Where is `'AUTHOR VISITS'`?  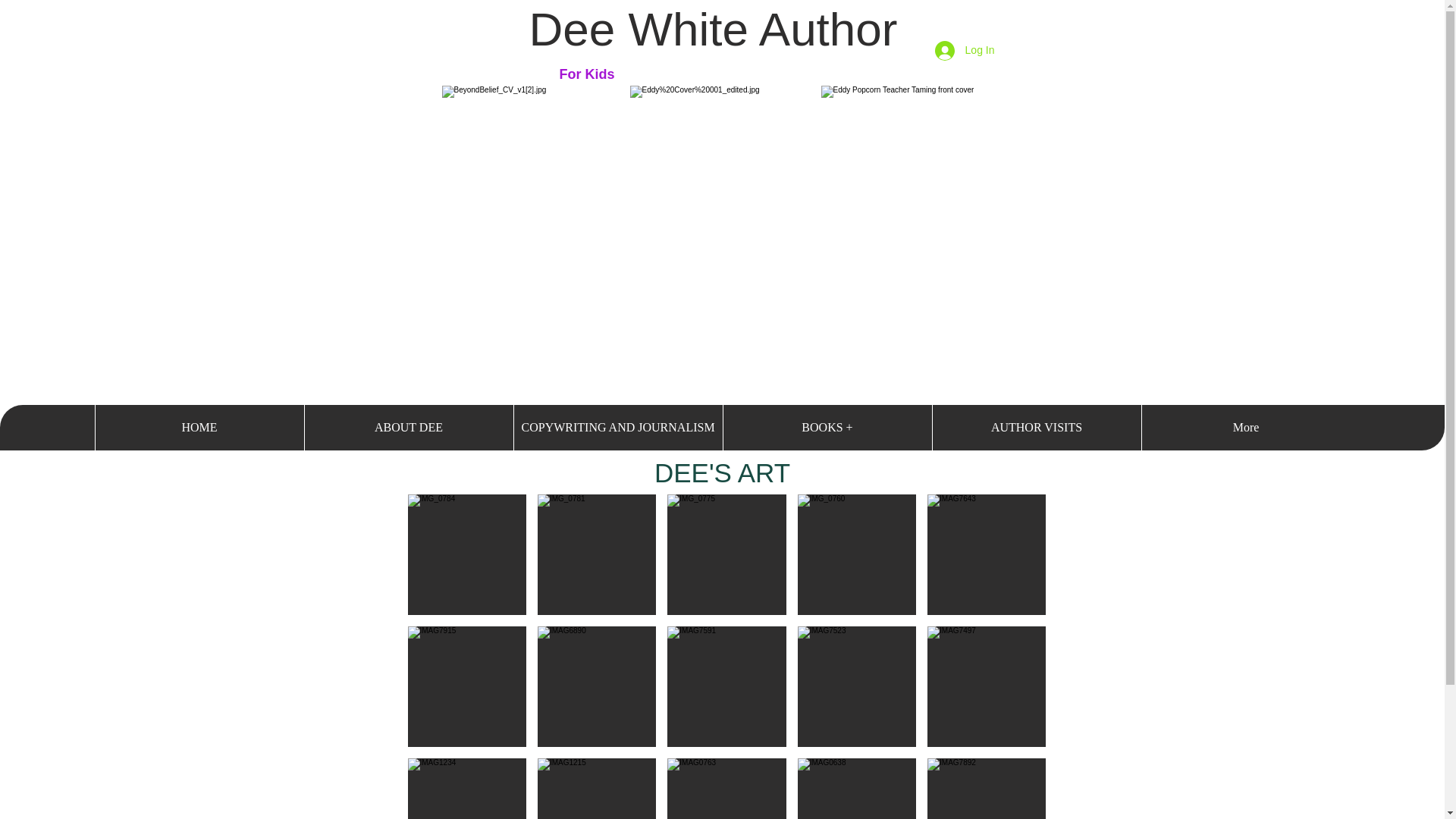
'AUTHOR VISITS' is located at coordinates (1035, 427).